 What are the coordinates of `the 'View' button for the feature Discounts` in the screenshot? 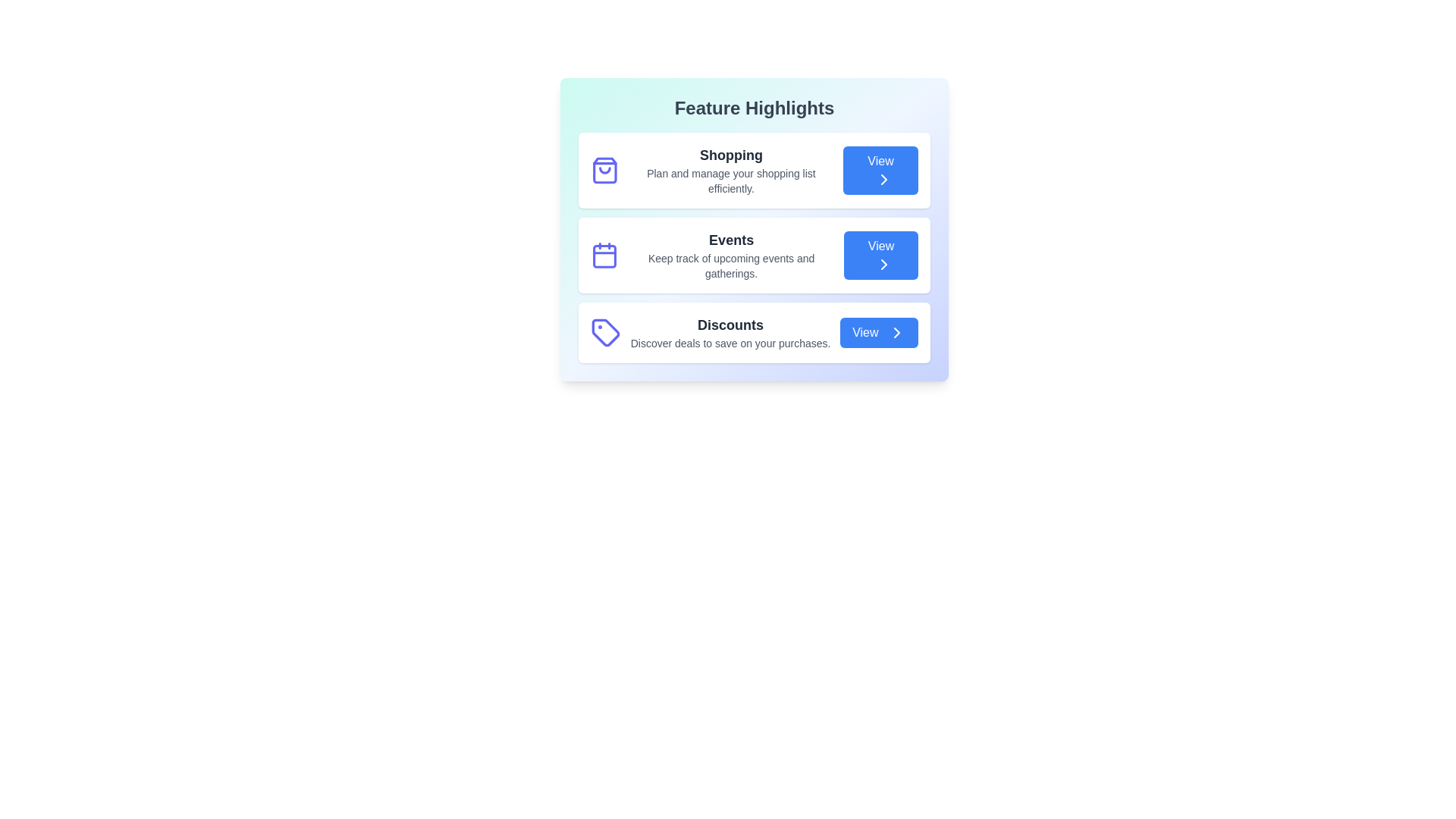 It's located at (879, 332).